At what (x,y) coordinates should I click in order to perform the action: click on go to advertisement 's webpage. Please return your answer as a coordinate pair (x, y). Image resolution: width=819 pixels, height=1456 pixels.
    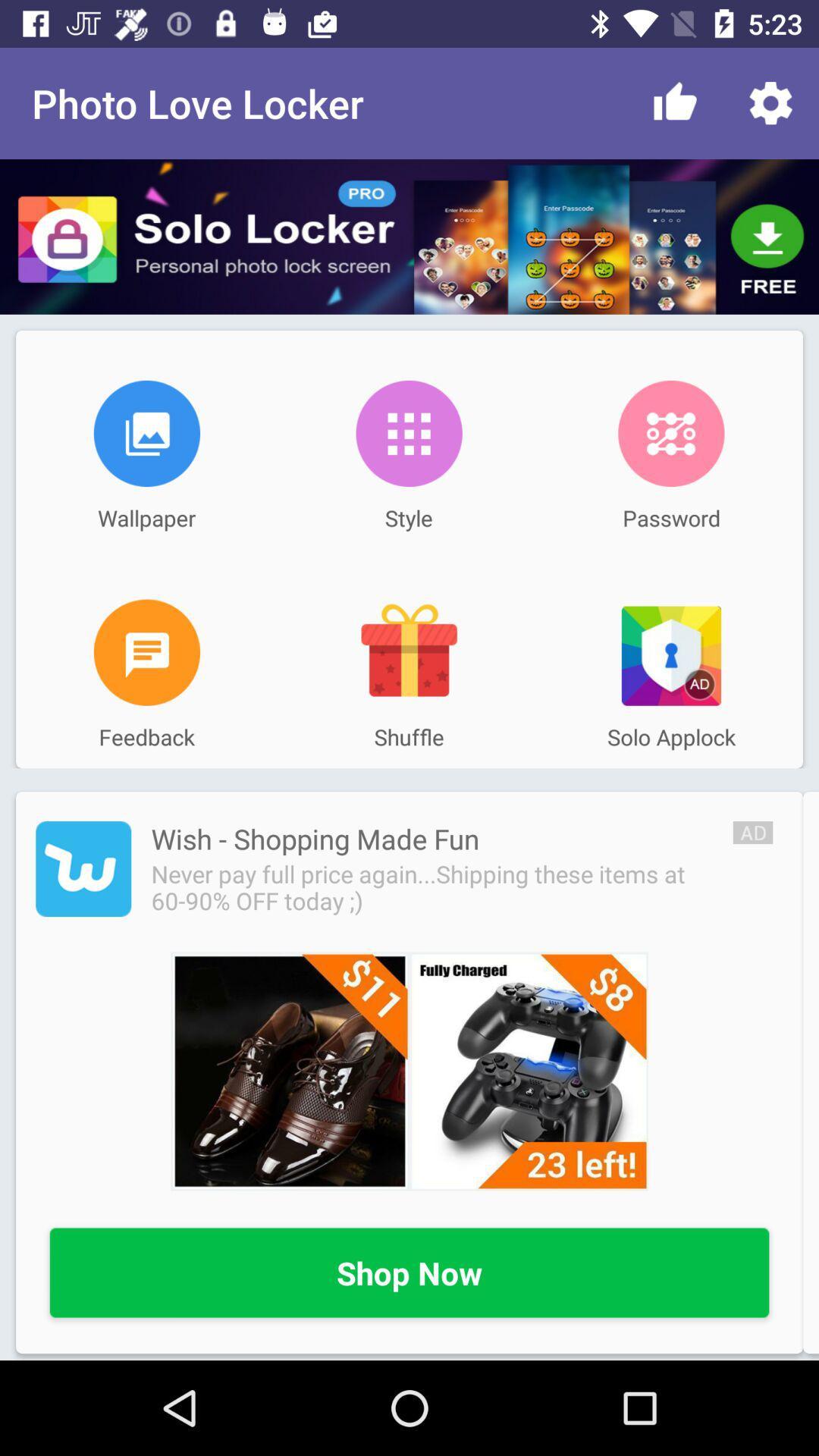
    Looking at the image, I should click on (83, 869).